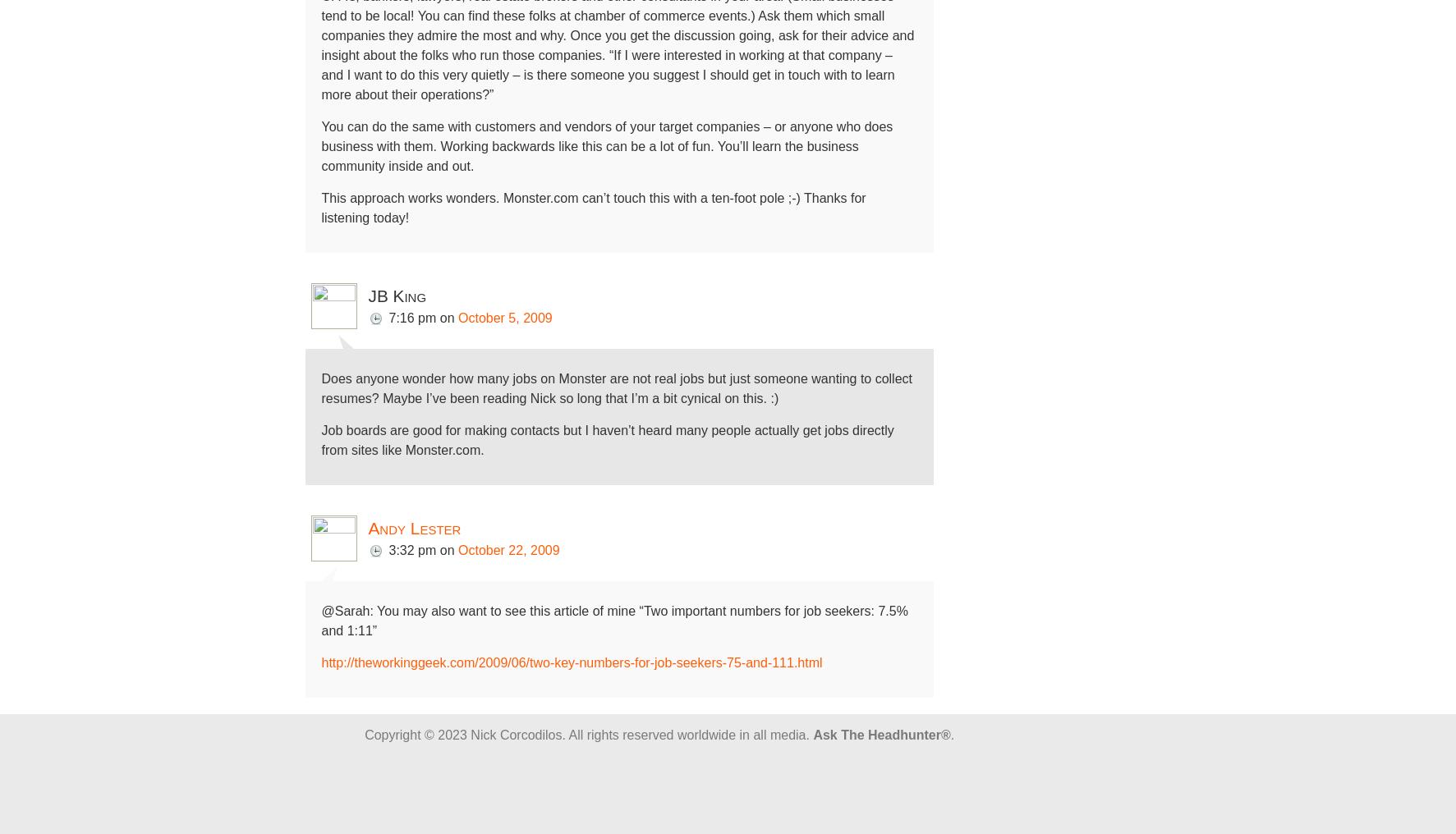 This screenshot has height=834, width=1456. What do you see at coordinates (396, 296) in the screenshot?
I see `'JB King'` at bounding box center [396, 296].